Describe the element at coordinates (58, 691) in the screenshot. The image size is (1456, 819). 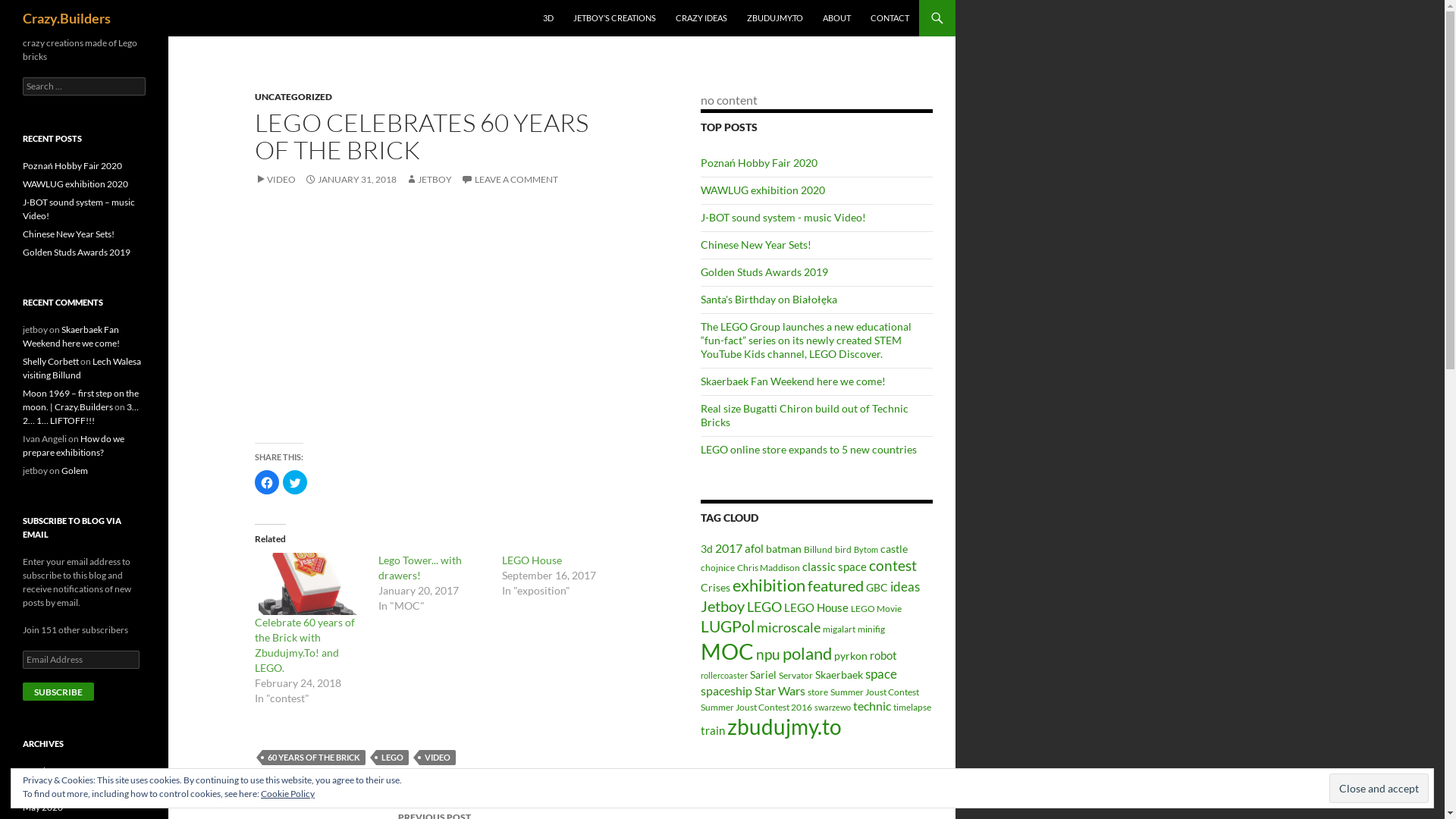
I see `'SUBSCRIBE'` at that location.